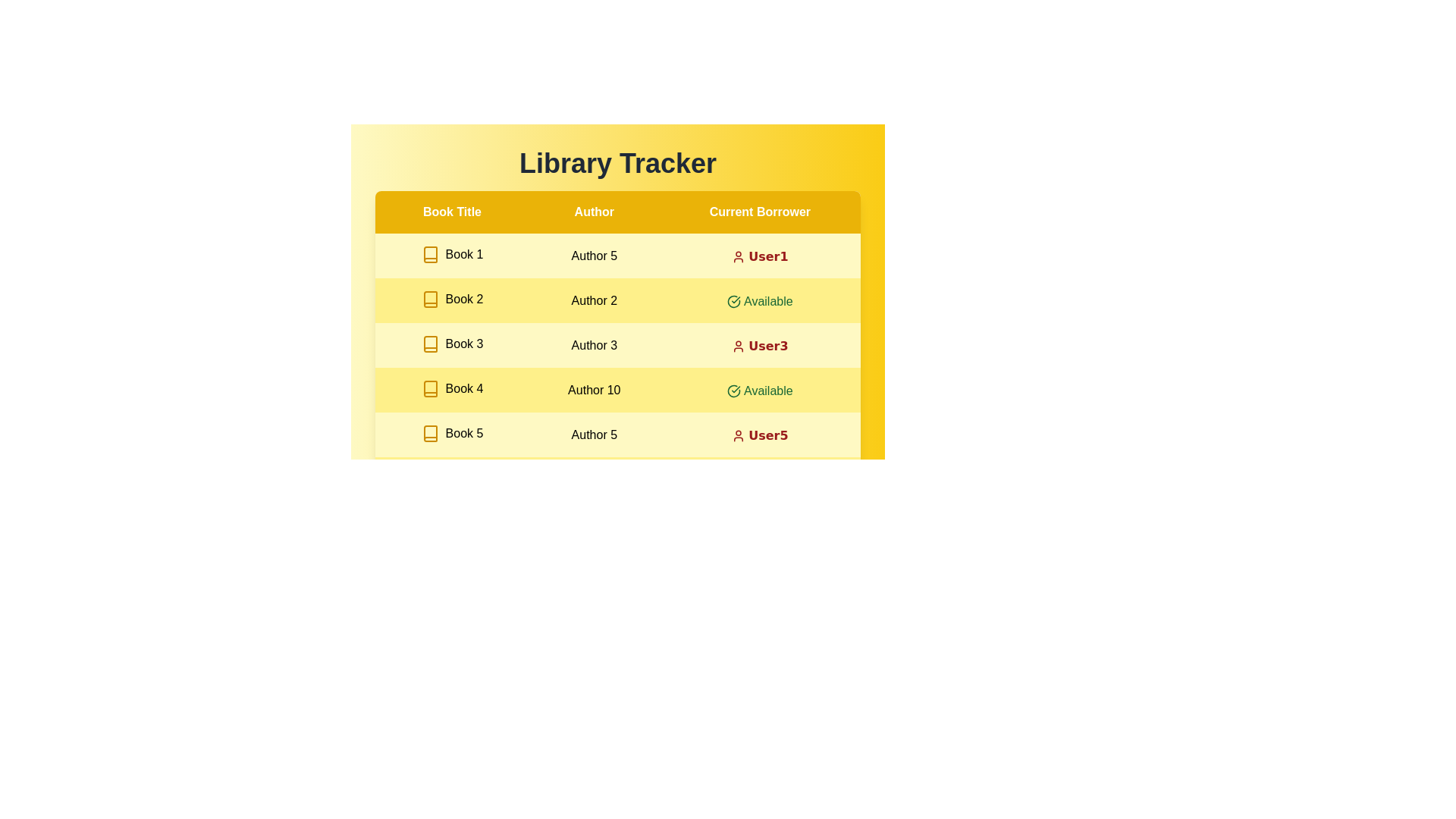  What do you see at coordinates (429, 388) in the screenshot?
I see `the icon for book of Book 4 to access additional information` at bounding box center [429, 388].